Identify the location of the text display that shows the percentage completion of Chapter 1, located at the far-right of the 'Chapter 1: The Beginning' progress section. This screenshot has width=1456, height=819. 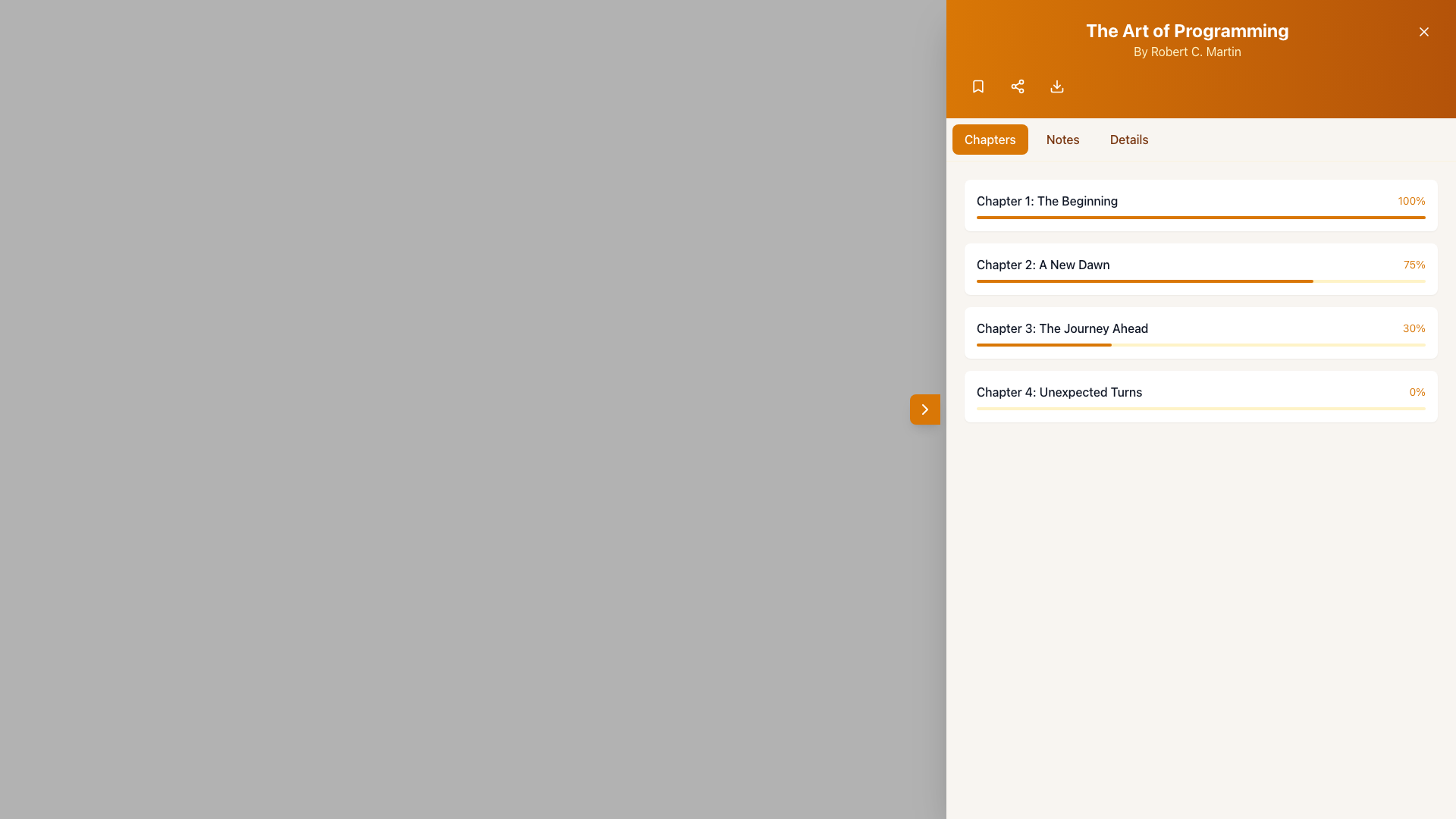
(1410, 200).